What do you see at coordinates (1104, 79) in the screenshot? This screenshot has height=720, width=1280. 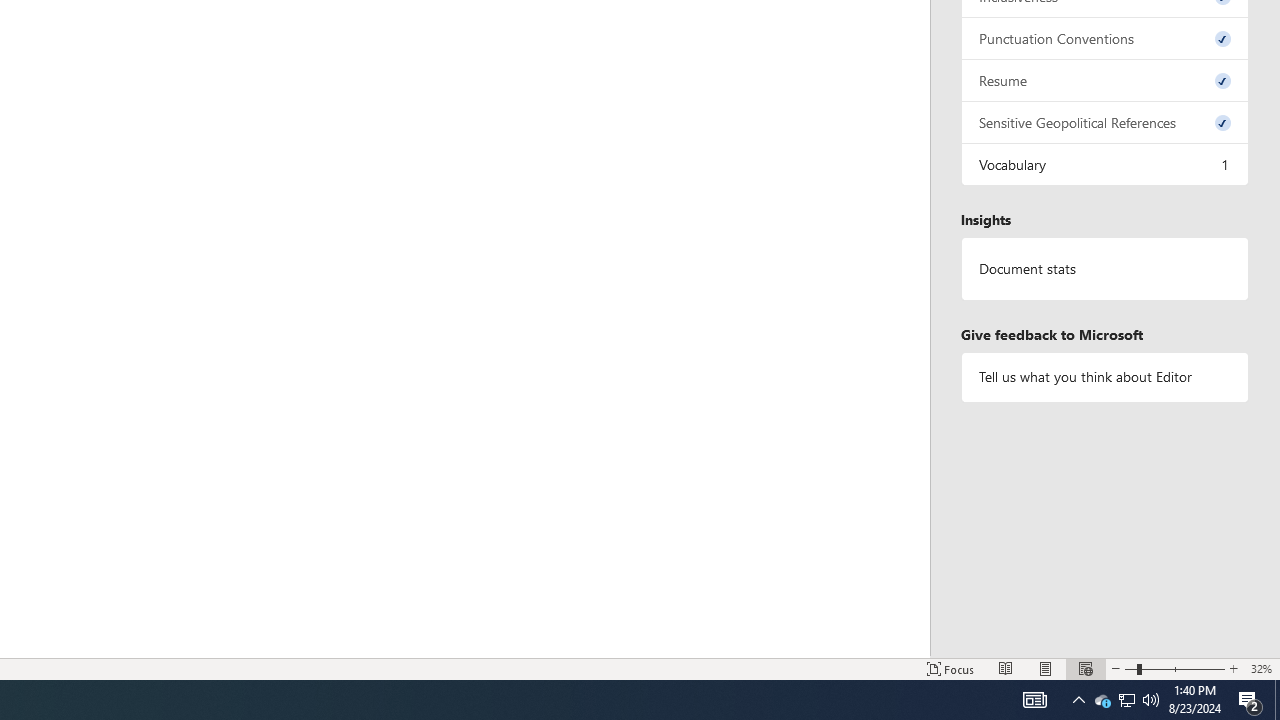 I see `'Resume, 0 issues. Press space or enter to review items.'` at bounding box center [1104, 79].